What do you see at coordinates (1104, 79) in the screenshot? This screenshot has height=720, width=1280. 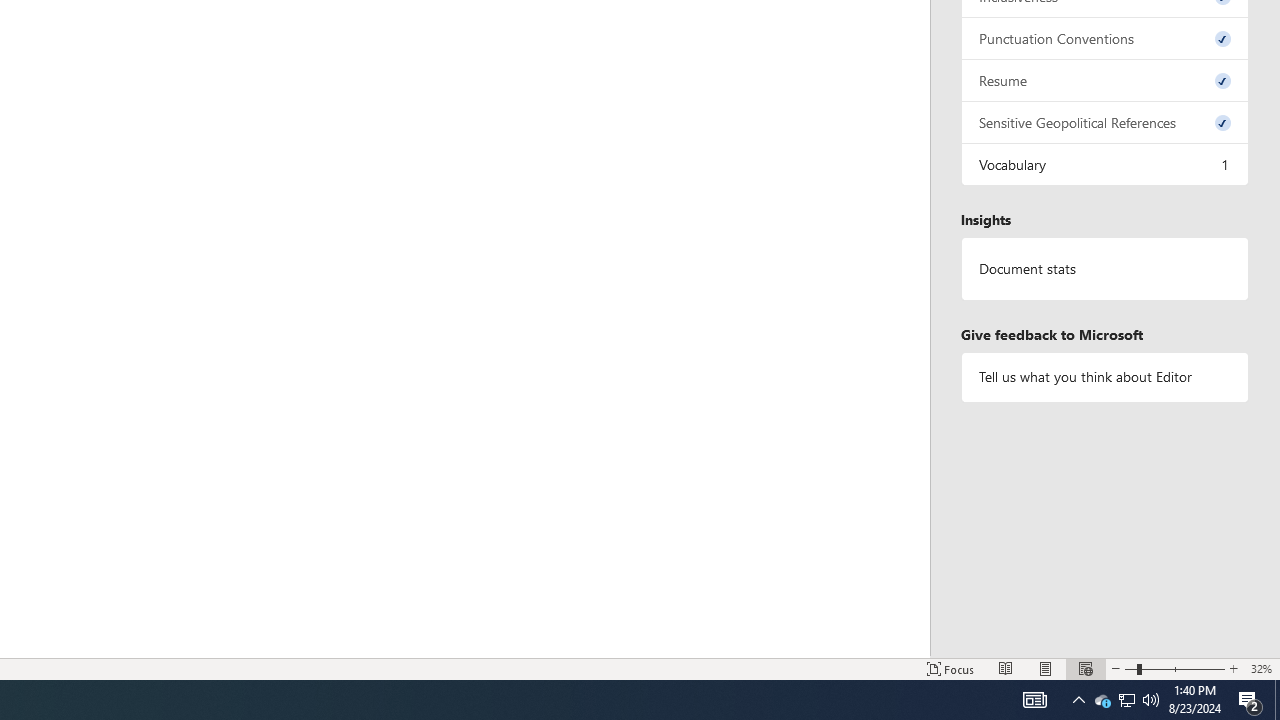 I see `'Resume, 0 issues. Press space or enter to review items.'` at bounding box center [1104, 79].